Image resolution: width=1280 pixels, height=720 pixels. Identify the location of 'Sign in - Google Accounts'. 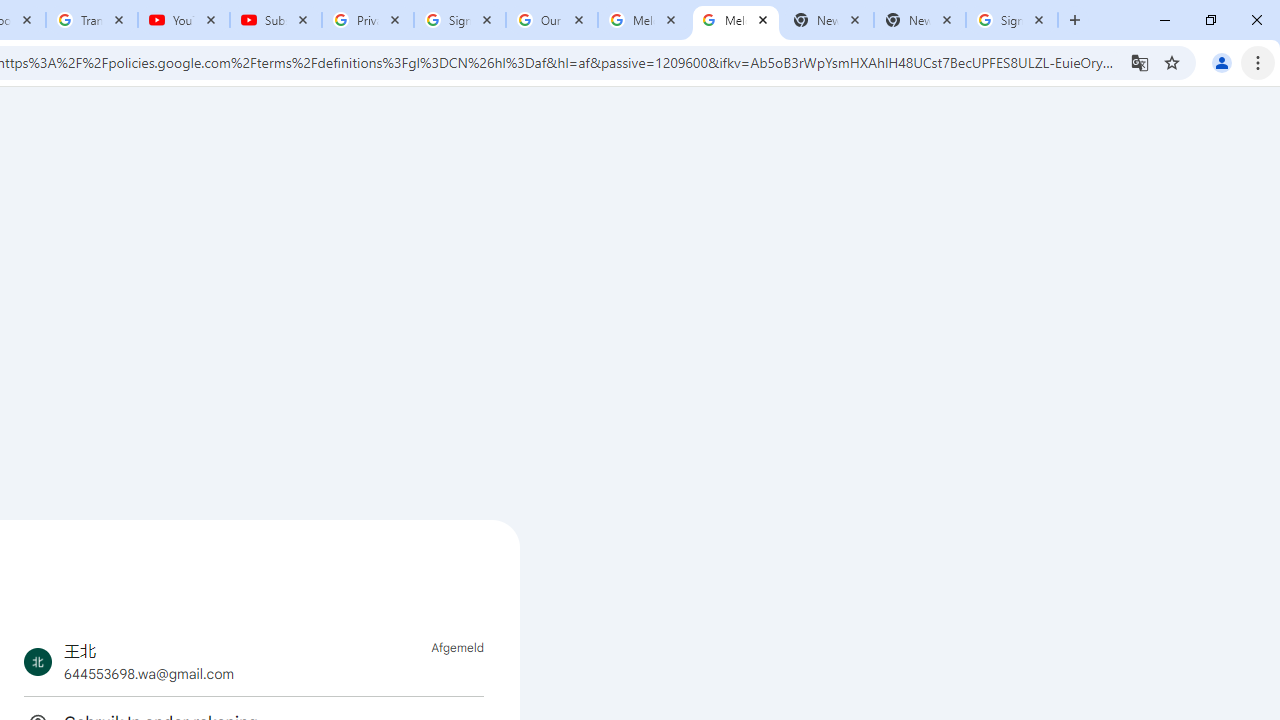
(1012, 20).